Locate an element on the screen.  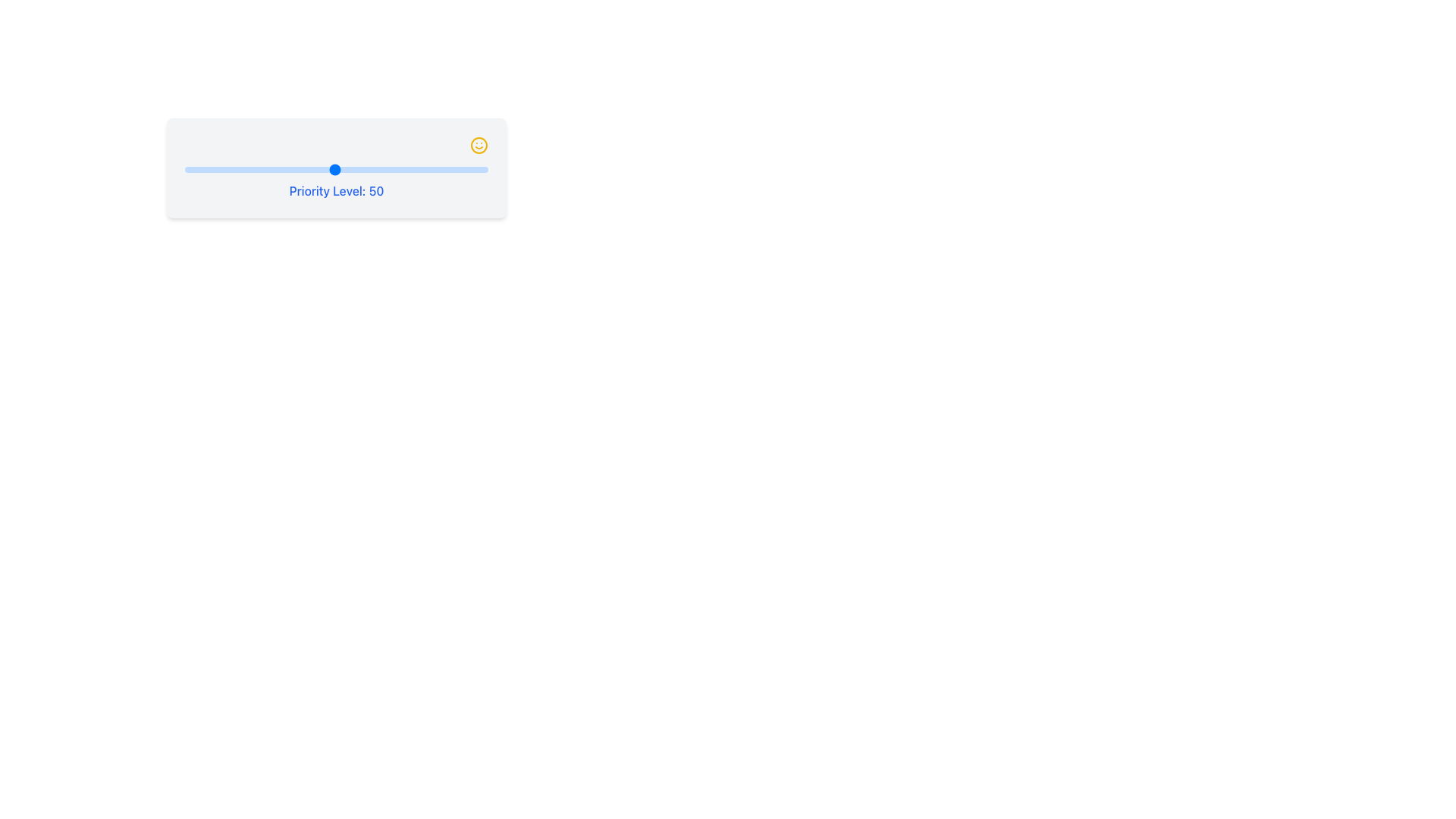
the priority level is located at coordinates (466, 169).